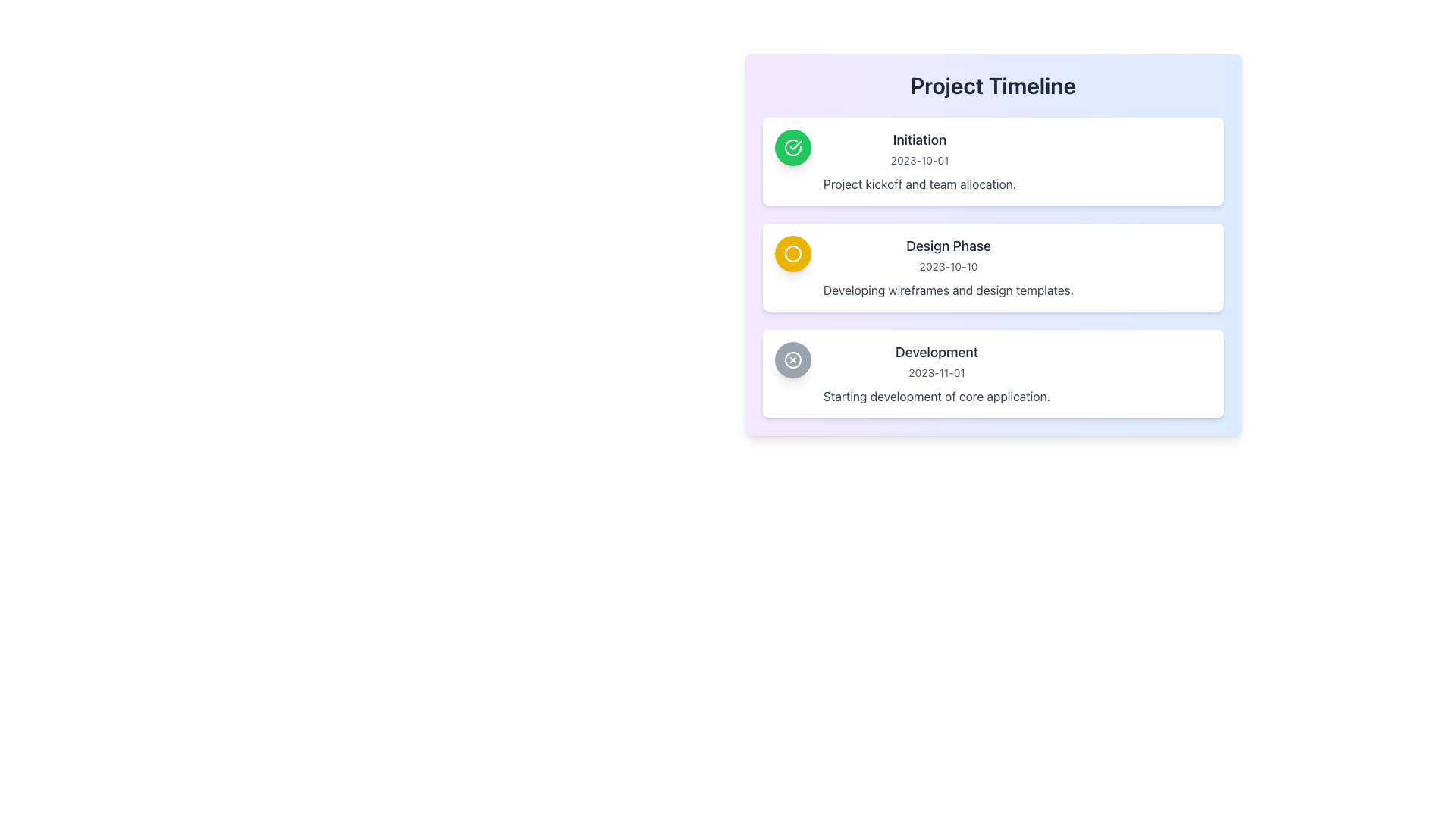 This screenshot has width=1456, height=819. What do you see at coordinates (948, 290) in the screenshot?
I see `static text label located beneath the 'Design Phase' header and date '2023-10-10', which provides information about the activities related to the design phase` at bounding box center [948, 290].